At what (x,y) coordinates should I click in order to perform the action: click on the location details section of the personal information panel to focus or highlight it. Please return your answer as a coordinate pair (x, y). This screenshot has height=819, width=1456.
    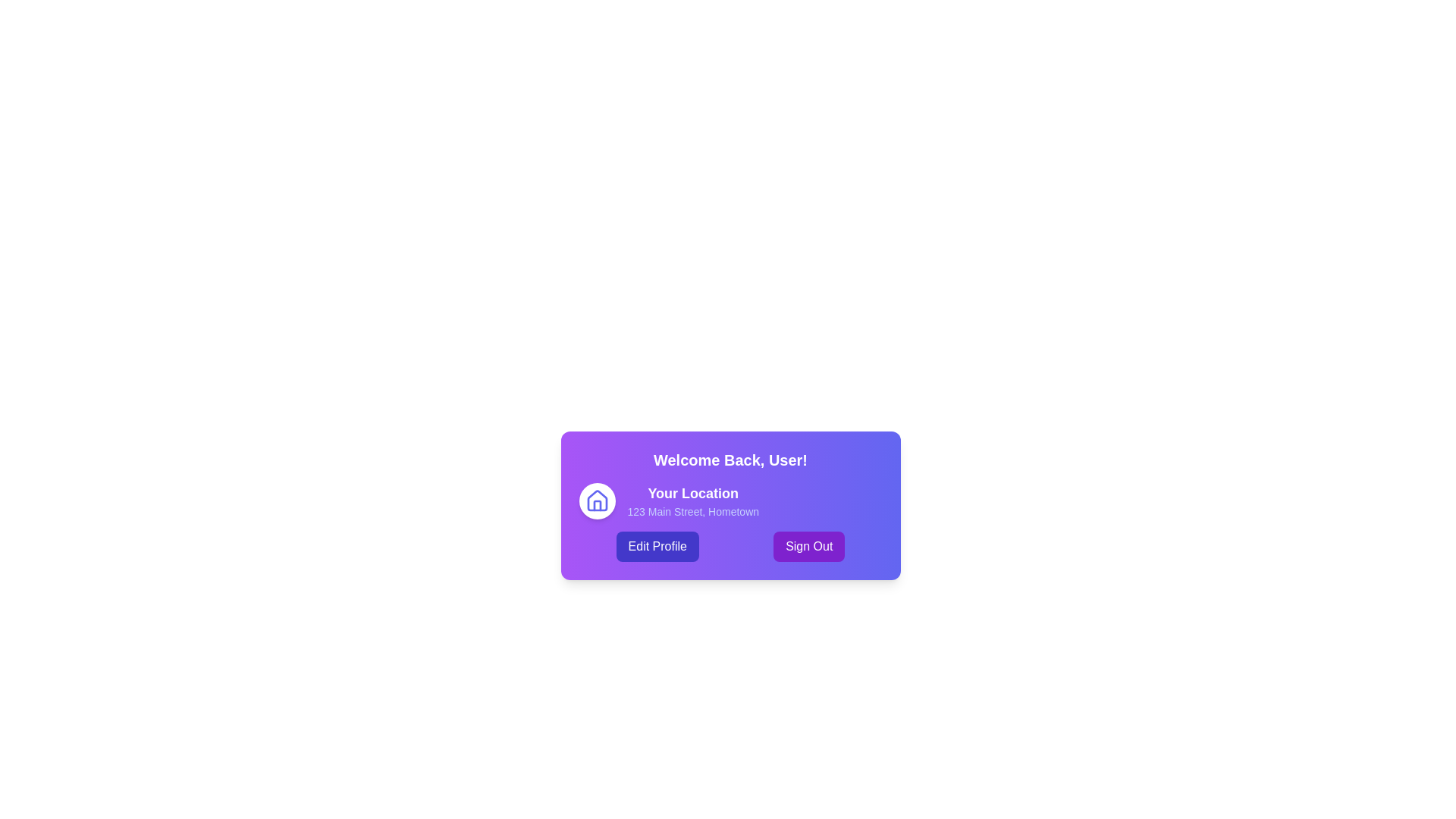
    Looking at the image, I should click on (730, 506).